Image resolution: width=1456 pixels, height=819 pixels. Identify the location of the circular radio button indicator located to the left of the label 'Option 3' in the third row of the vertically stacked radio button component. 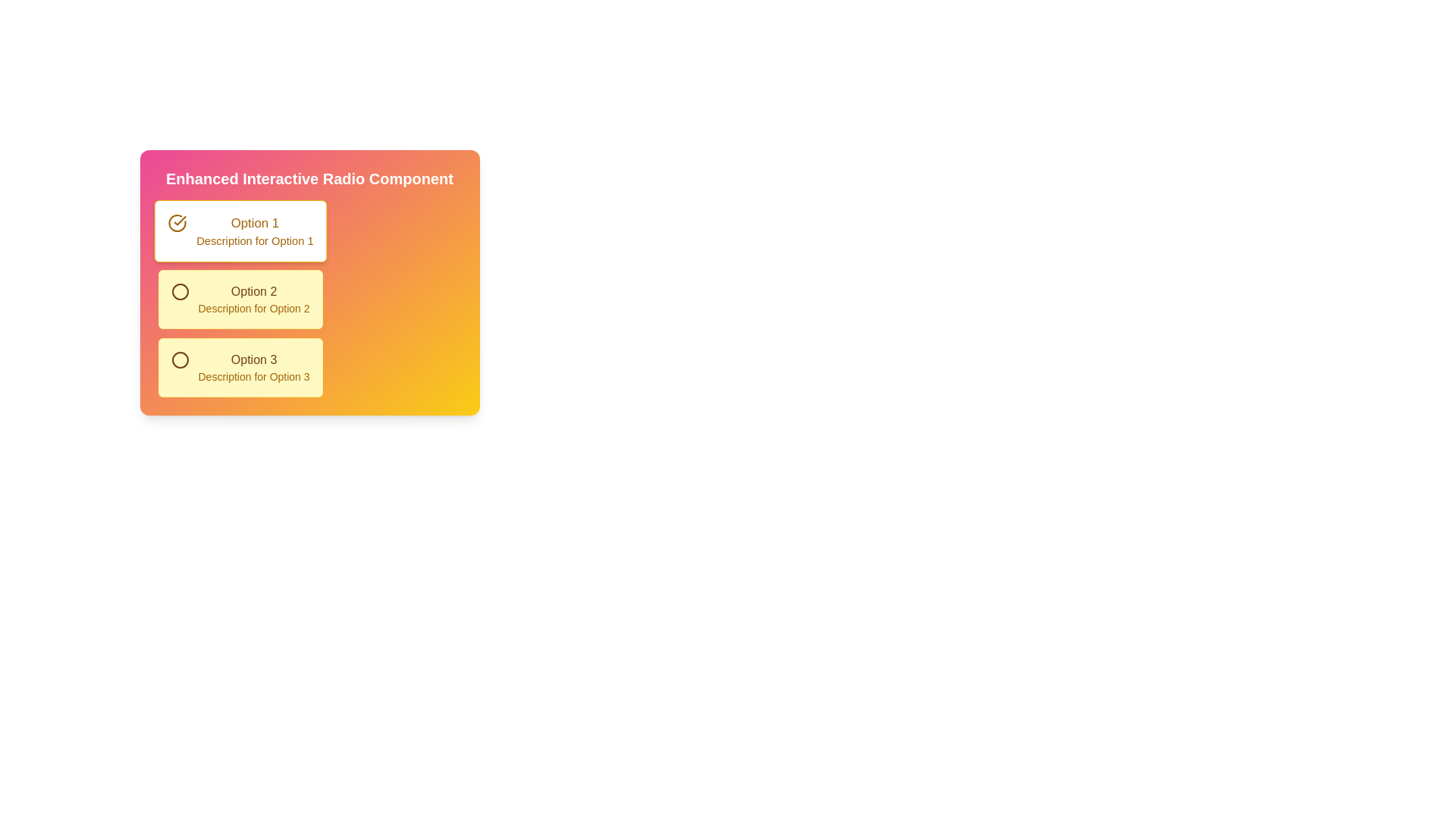
(180, 359).